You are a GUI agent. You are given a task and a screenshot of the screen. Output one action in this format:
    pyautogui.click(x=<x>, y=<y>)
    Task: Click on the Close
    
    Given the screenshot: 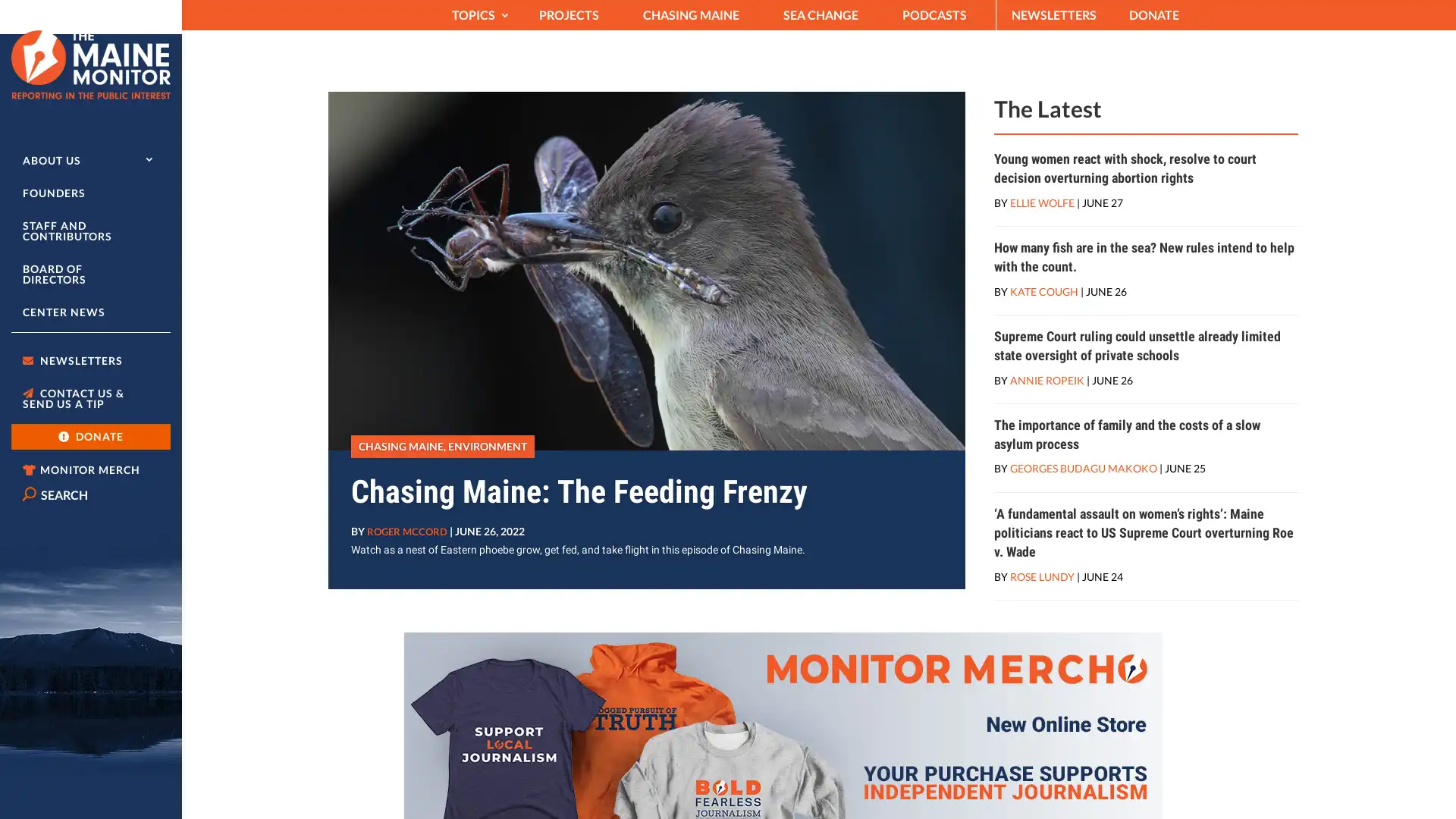 What is the action you would take?
    pyautogui.click(x=1144, y=96)
    